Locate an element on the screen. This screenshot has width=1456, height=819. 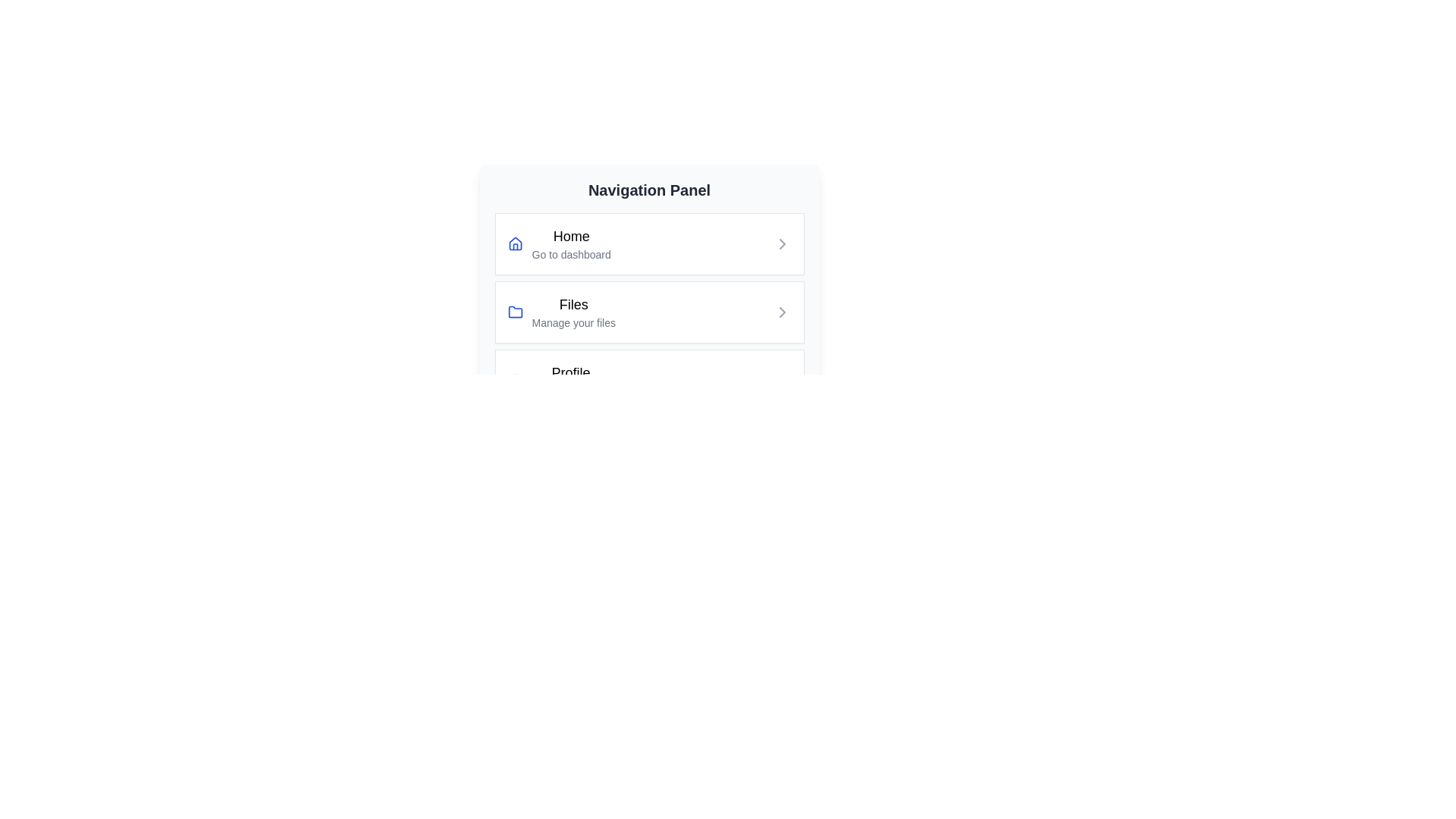
text label that says 'Manage your files', which is styled in light gray and located below the 'Files' heading in the navigation panel is located at coordinates (573, 322).